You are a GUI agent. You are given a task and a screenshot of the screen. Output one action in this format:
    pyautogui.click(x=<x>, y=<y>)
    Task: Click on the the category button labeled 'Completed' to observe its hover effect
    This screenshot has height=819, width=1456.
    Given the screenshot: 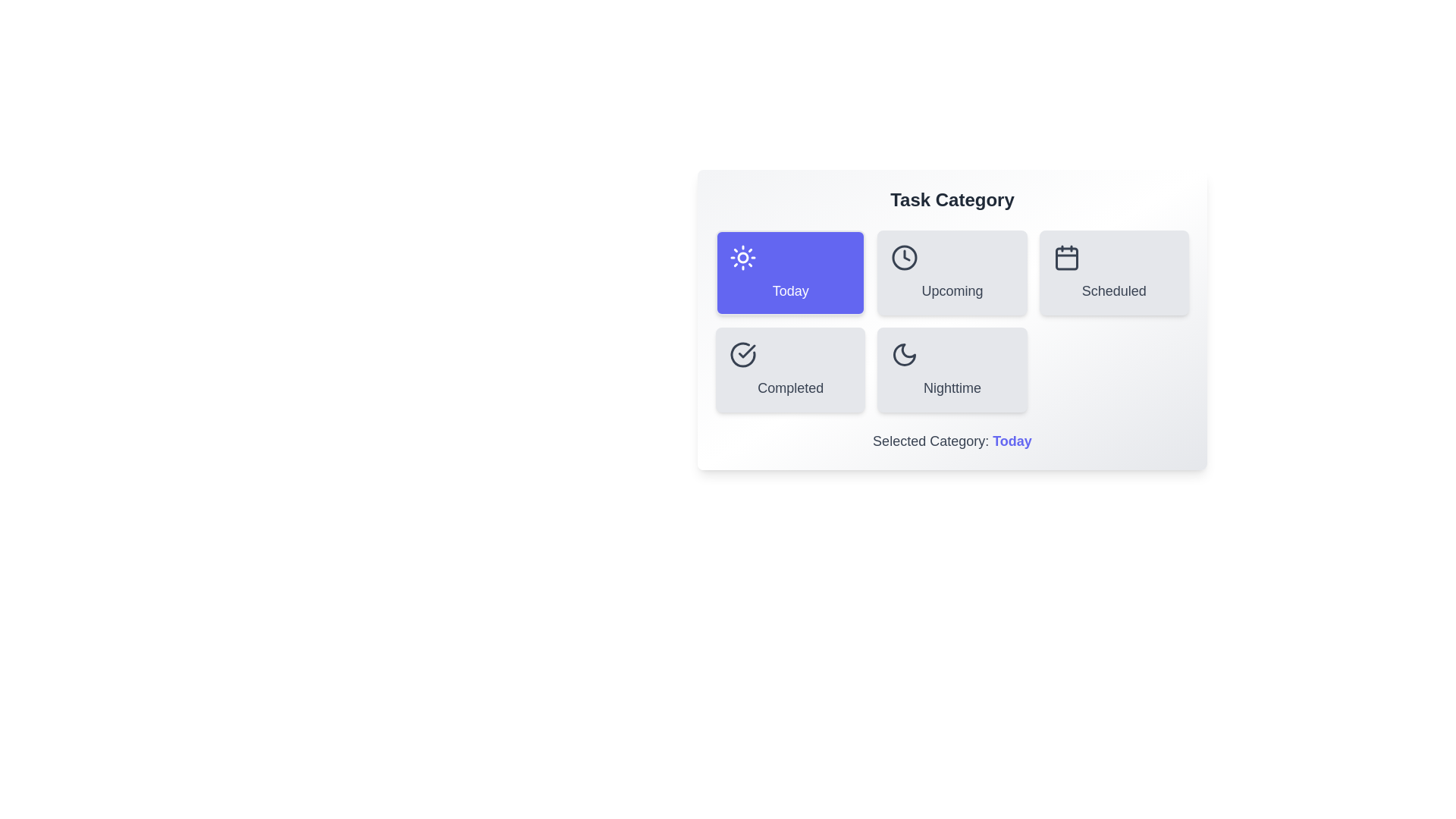 What is the action you would take?
    pyautogui.click(x=789, y=370)
    